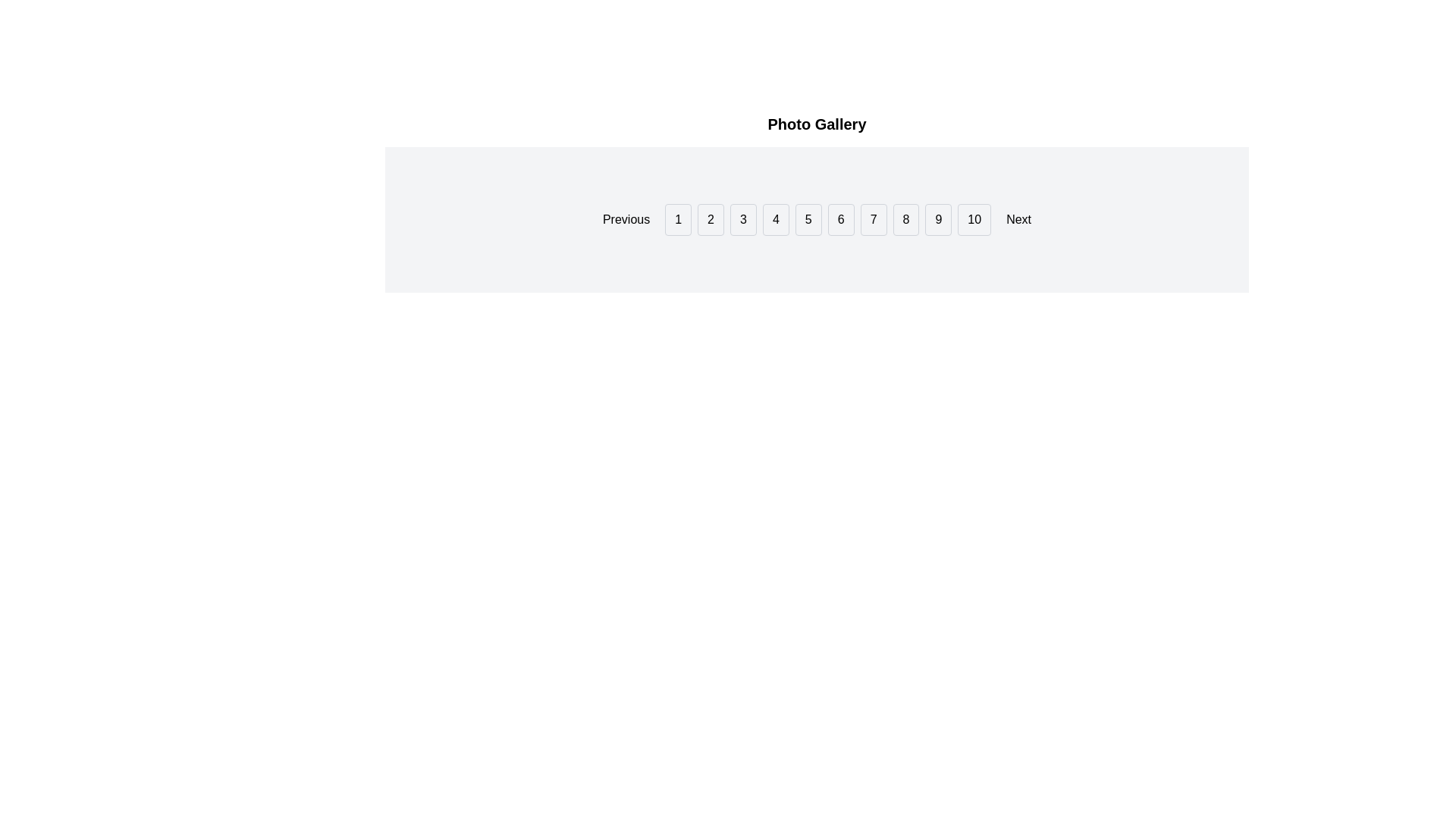 Image resolution: width=1456 pixels, height=819 pixels. Describe the element at coordinates (1018, 219) in the screenshot. I see `the navigation button located to the right of the button labeled '10' in the pagination bar` at that location.